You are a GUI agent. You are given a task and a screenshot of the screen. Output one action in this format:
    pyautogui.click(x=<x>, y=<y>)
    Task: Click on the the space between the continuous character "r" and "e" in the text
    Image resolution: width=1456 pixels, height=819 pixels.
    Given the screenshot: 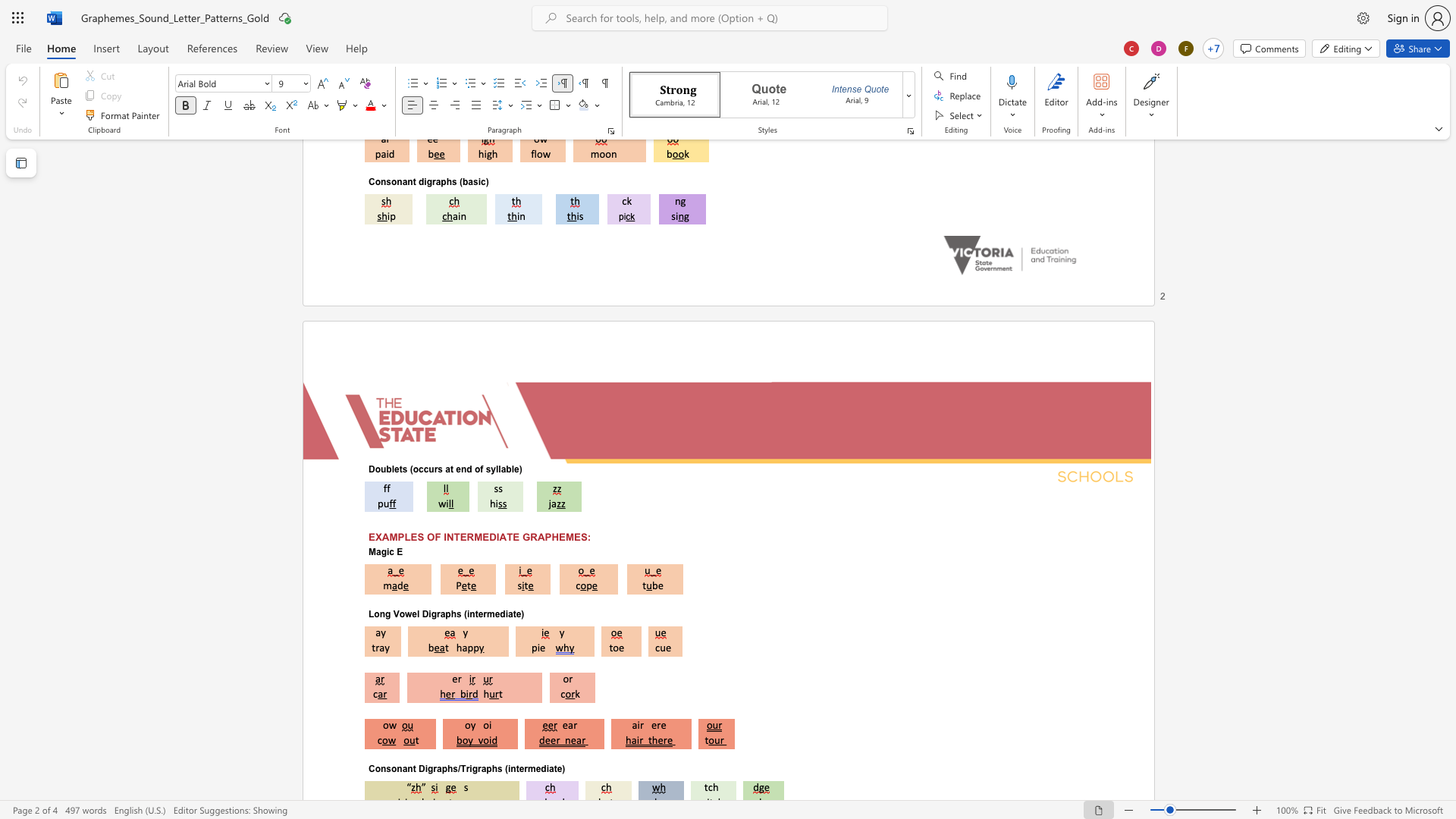 What is the action you would take?
    pyautogui.click(x=661, y=724)
    